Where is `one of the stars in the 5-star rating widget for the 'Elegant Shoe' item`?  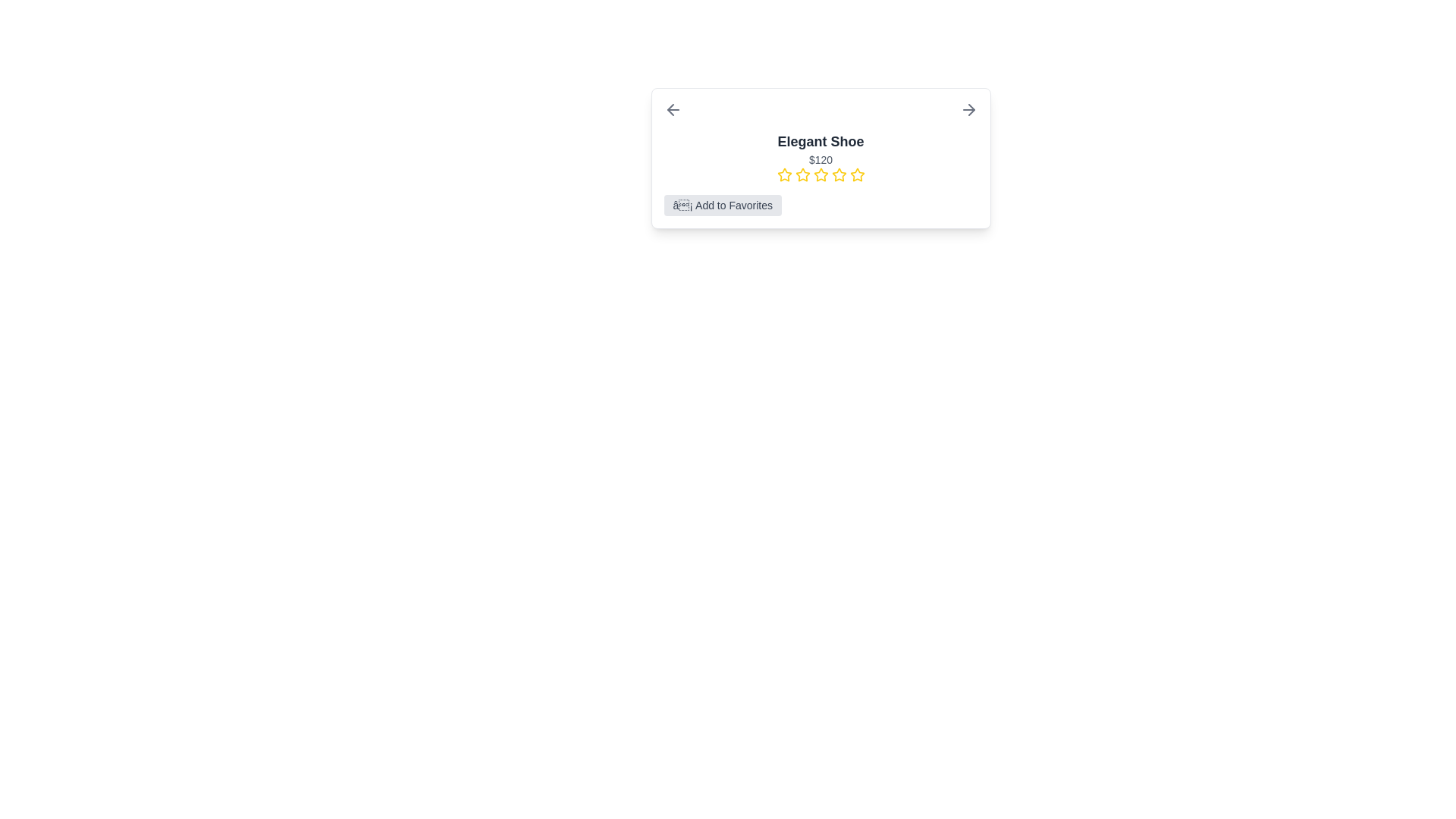
one of the stars in the 5-star rating widget for the 'Elegant Shoe' item is located at coordinates (820, 174).